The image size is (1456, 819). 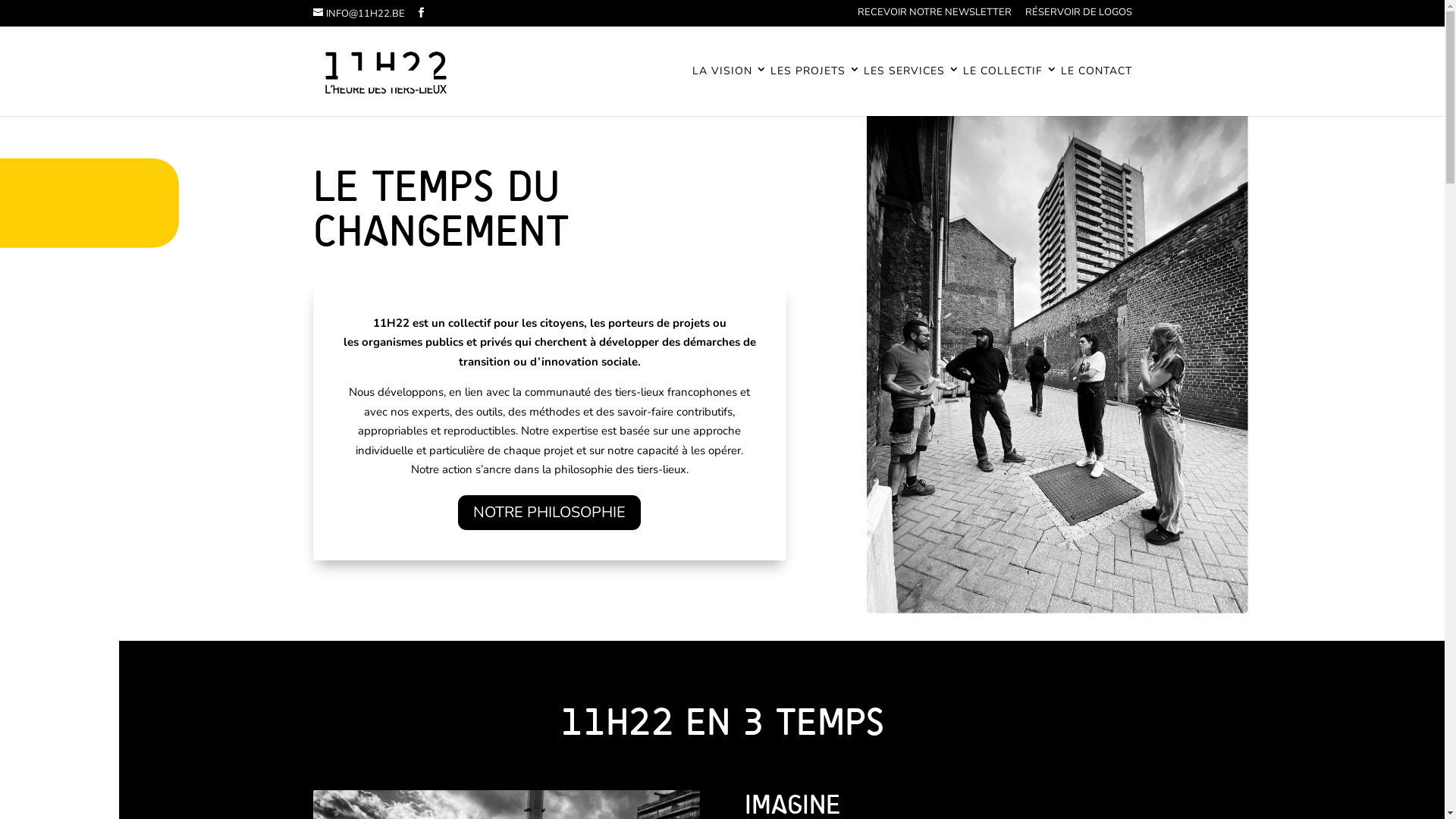 I want to click on 'IMG_4353', so click(x=1016, y=304).